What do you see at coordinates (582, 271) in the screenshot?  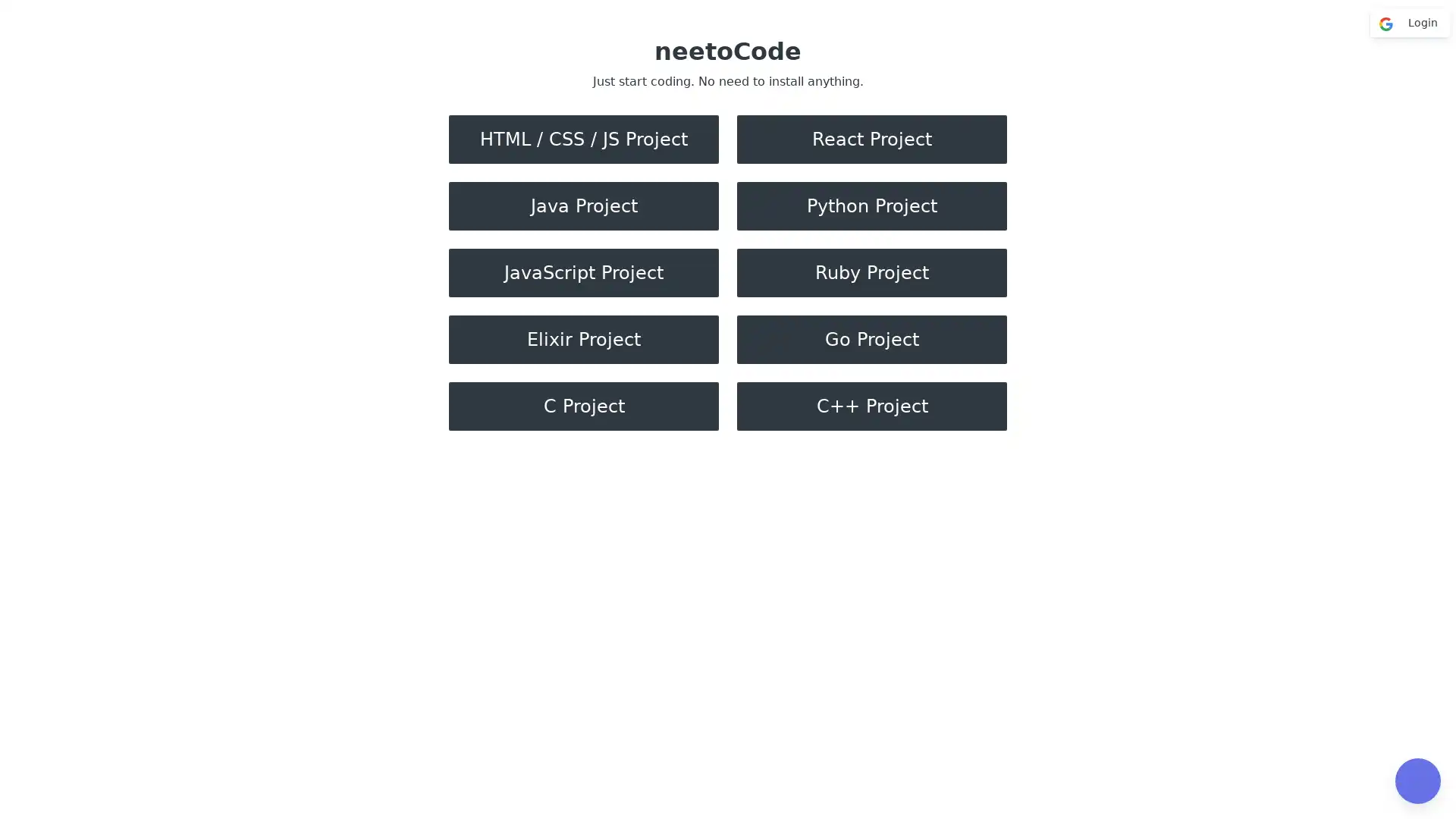 I see `JavaScript Project` at bounding box center [582, 271].